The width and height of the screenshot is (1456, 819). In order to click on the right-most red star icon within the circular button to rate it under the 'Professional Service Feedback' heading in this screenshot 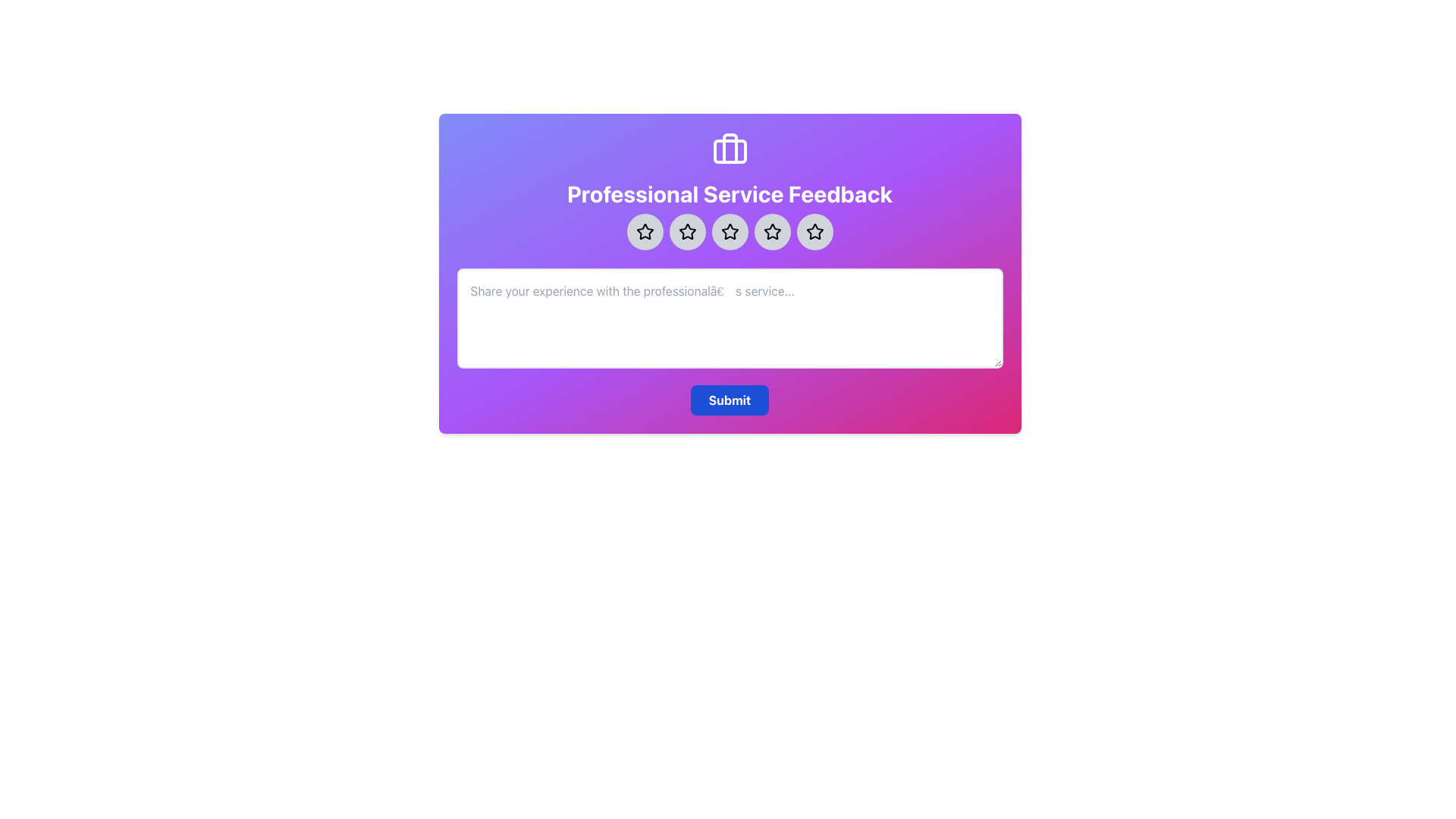, I will do `click(814, 231)`.